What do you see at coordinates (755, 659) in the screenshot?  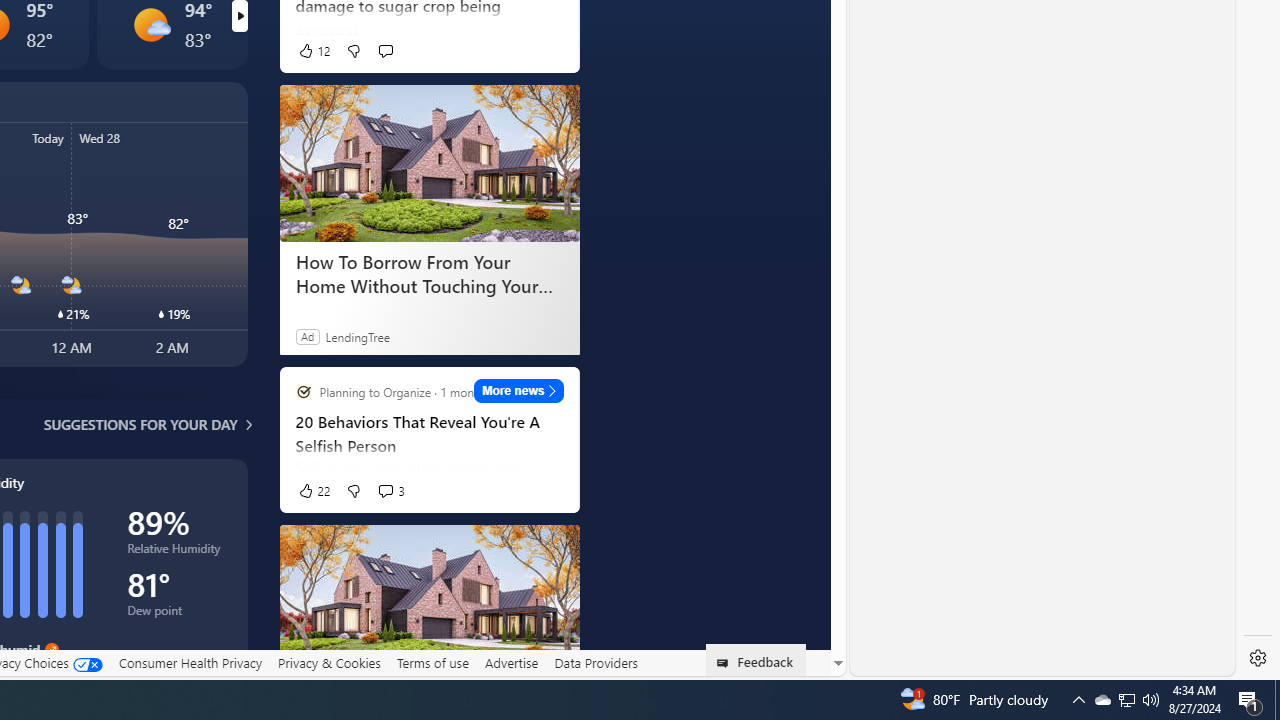 I see `'Feedback'` at bounding box center [755, 659].